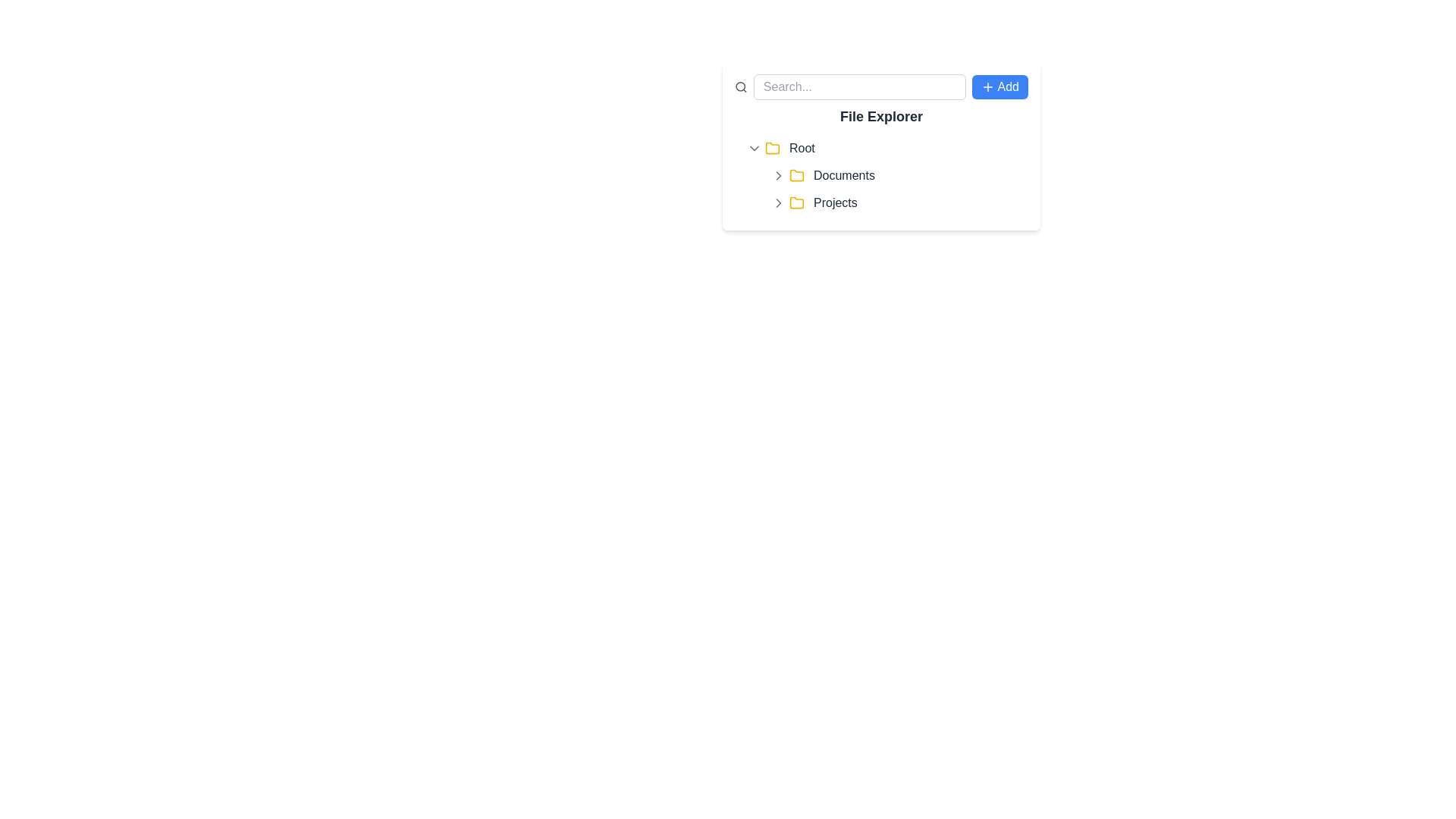  Describe the element at coordinates (772, 148) in the screenshot. I see `the folder icon representing 'Root' in the file explorer's tree view` at that location.